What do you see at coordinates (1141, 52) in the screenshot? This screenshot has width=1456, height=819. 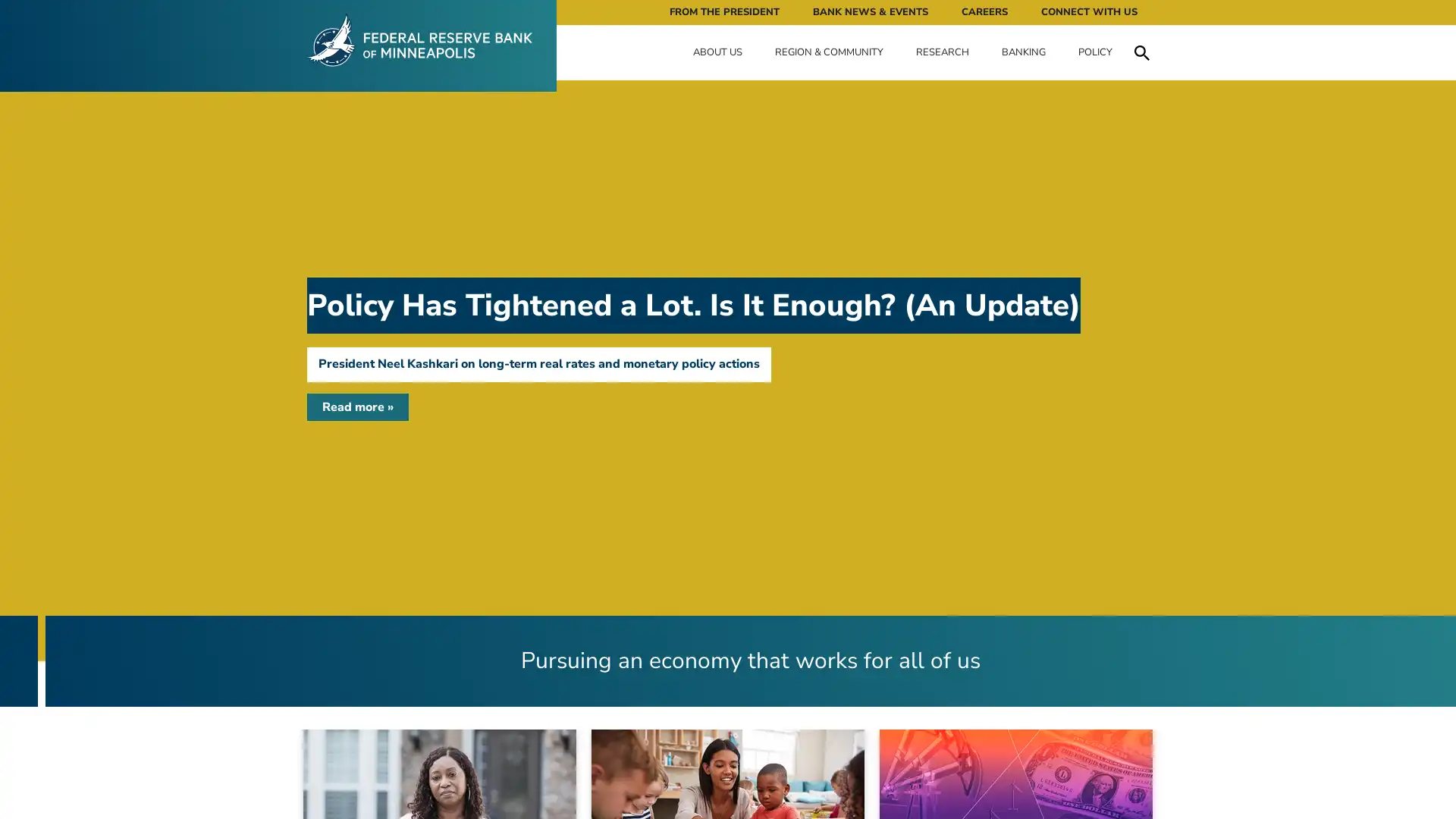 I see `Toggle Search` at bounding box center [1141, 52].